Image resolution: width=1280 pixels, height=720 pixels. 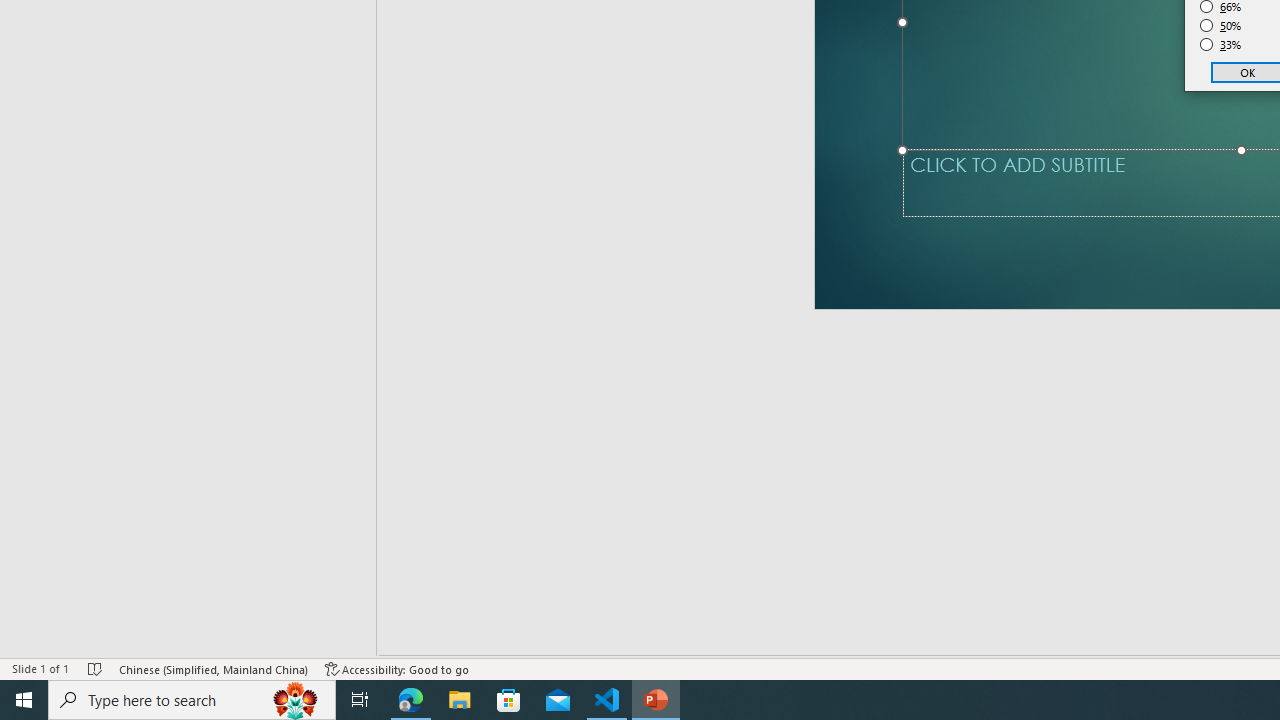 I want to click on 'Visual Studio Code - 1 running window', so click(x=606, y=698).